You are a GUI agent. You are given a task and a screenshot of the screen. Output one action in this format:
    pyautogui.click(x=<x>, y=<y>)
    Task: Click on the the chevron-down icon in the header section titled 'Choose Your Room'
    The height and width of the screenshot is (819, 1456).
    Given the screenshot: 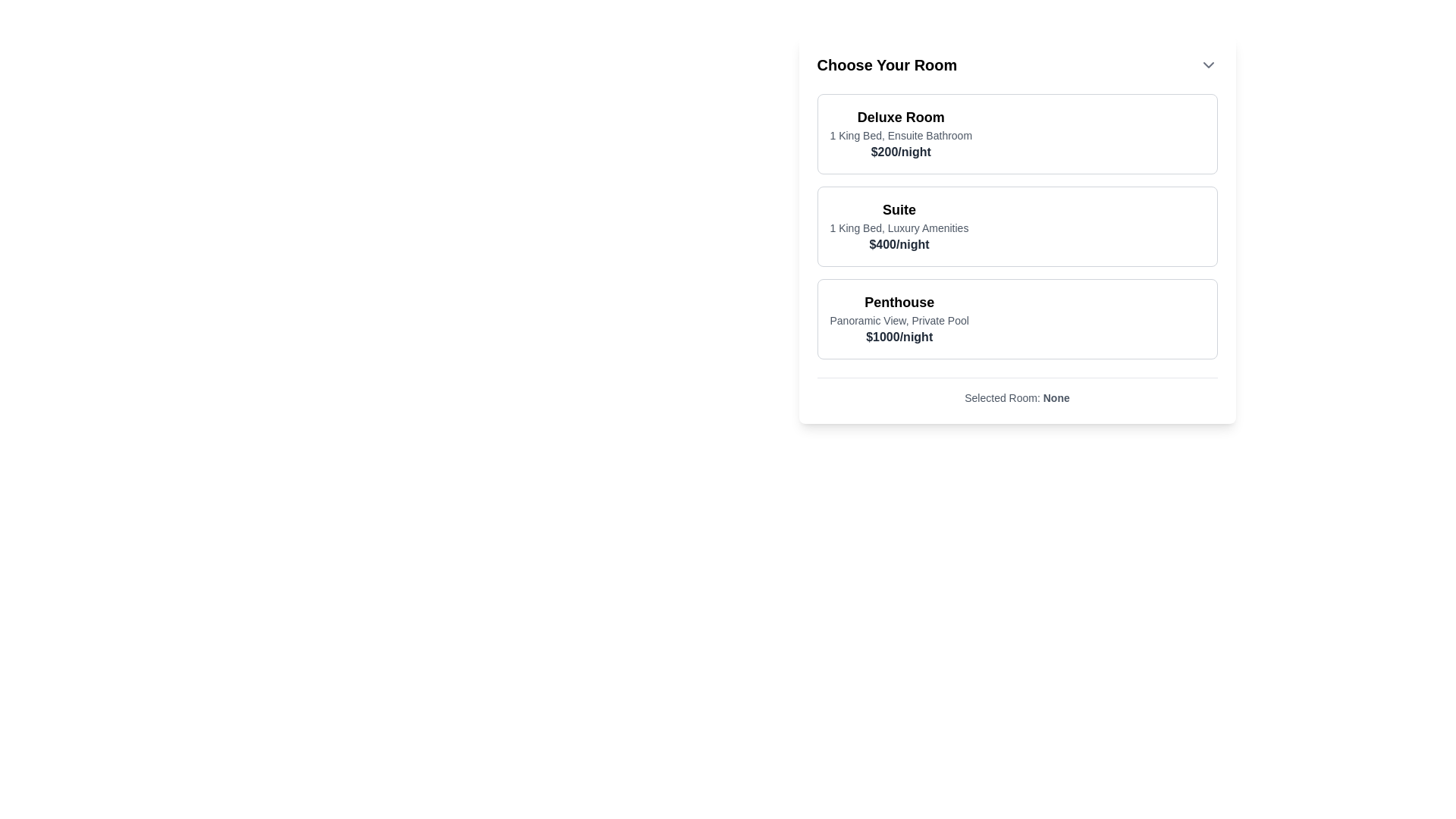 What is the action you would take?
    pyautogui.click(x=1207, y=64)
    